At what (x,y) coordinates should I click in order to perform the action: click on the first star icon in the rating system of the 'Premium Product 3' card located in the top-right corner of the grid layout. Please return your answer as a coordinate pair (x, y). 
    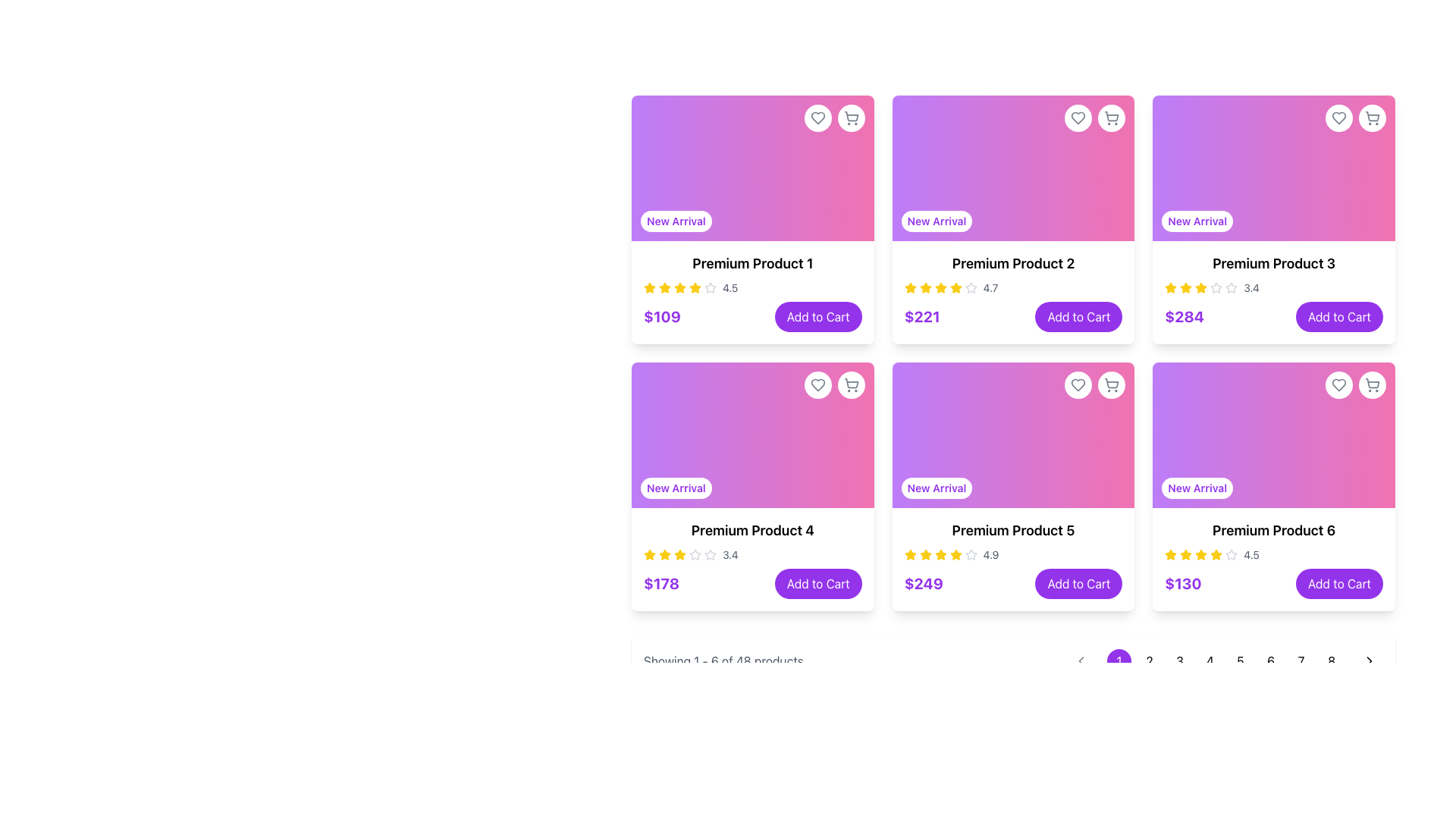
    Looking at the image, I should click on (1170, 288).